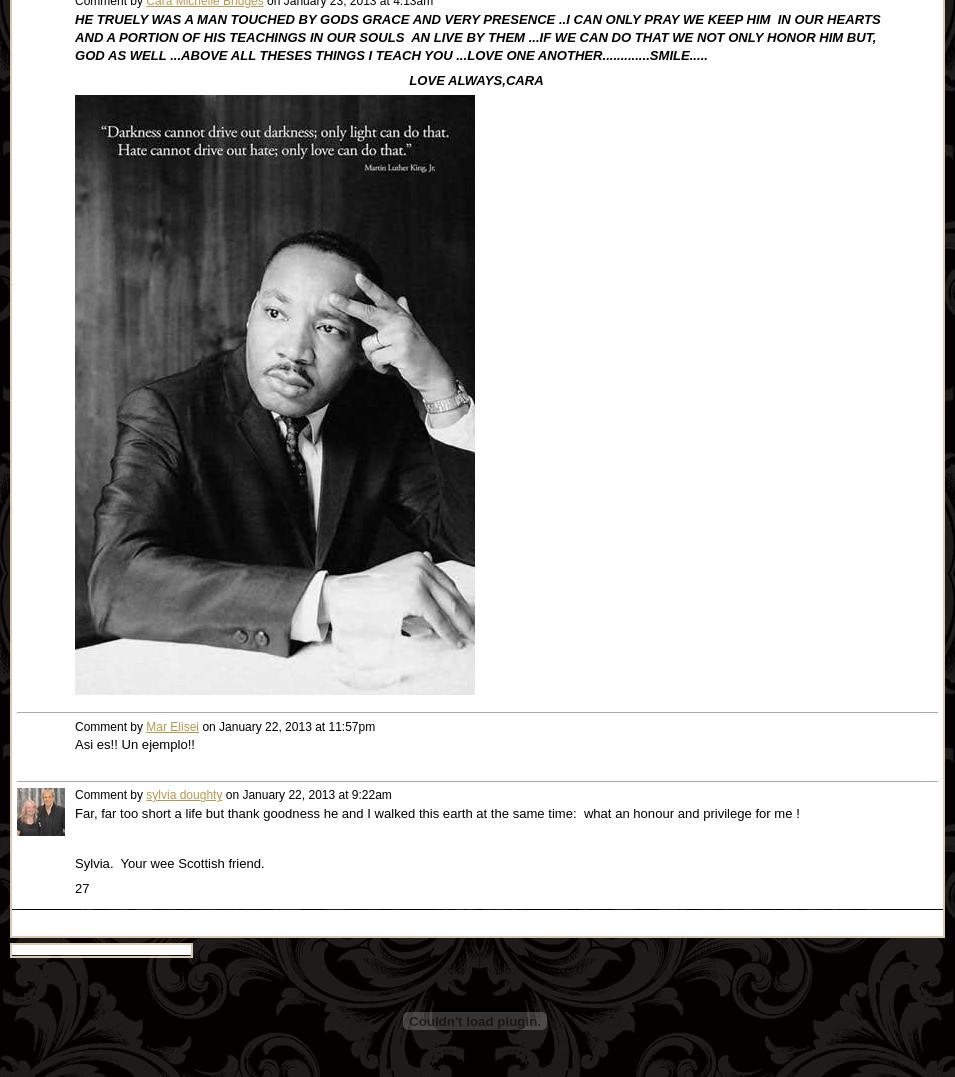 This screenshot has width=955, height=1077. I want to click on 'LOVE ALWAYS,CARA', so click(309, 80).